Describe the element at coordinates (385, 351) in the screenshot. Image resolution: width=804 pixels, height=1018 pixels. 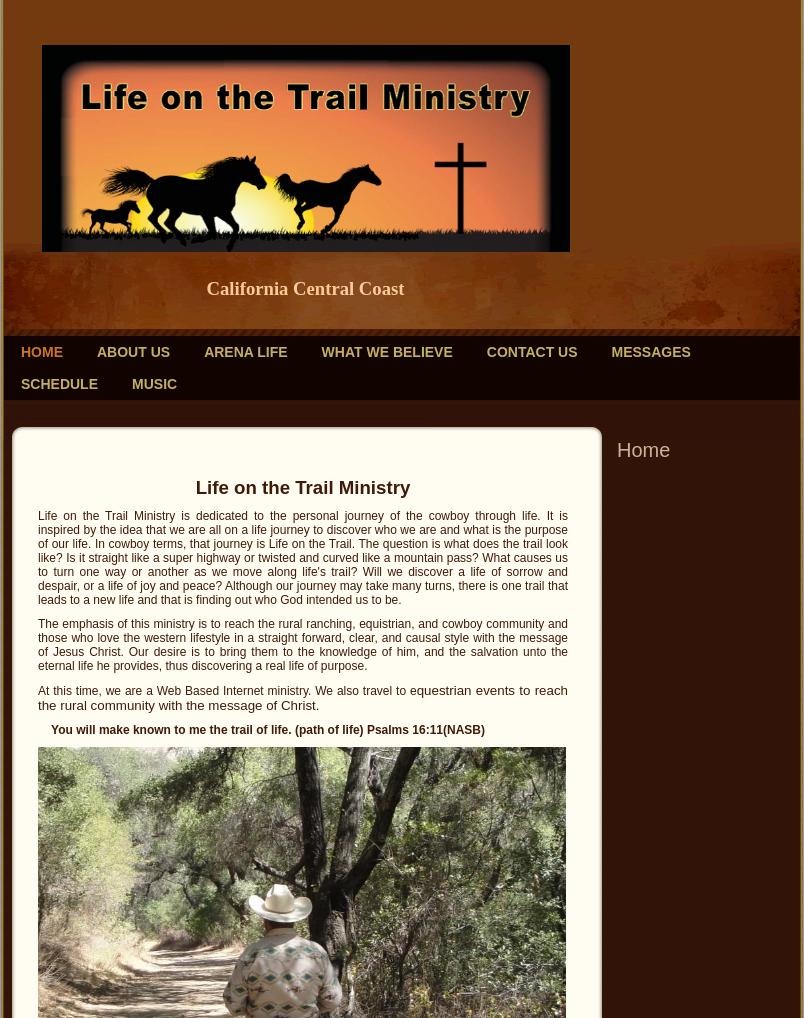
I see `'What we Believe'` at that location.